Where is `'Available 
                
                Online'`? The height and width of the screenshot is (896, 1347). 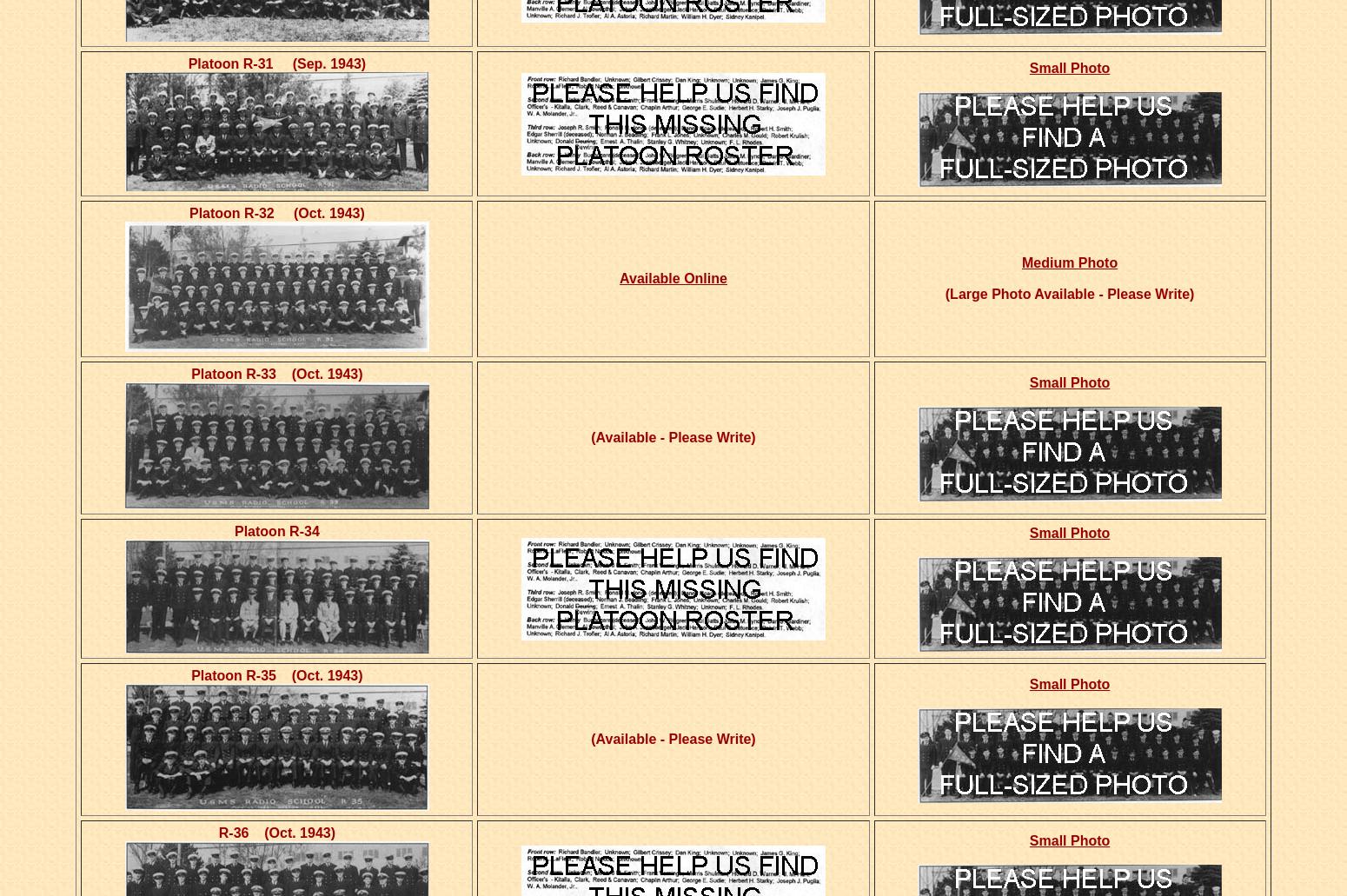
'Available 
                
                Online' is located at coordinates (620, 277).